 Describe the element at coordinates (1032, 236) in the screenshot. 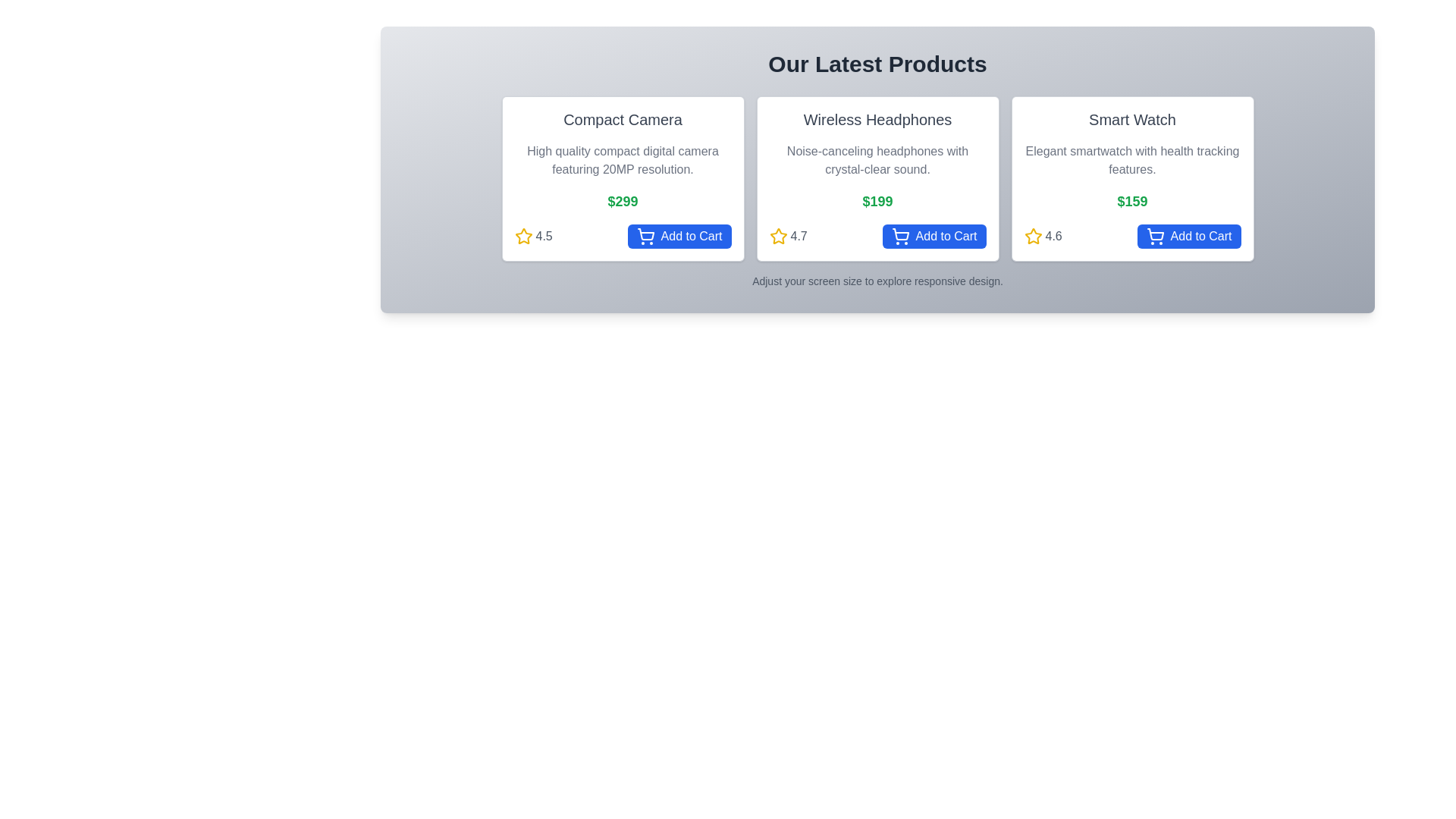

I see `the star icon with a yellow outline that represents the rating symbol, which is located to the left of the numeric rating '4.6' in the third product card from the left` at that location.